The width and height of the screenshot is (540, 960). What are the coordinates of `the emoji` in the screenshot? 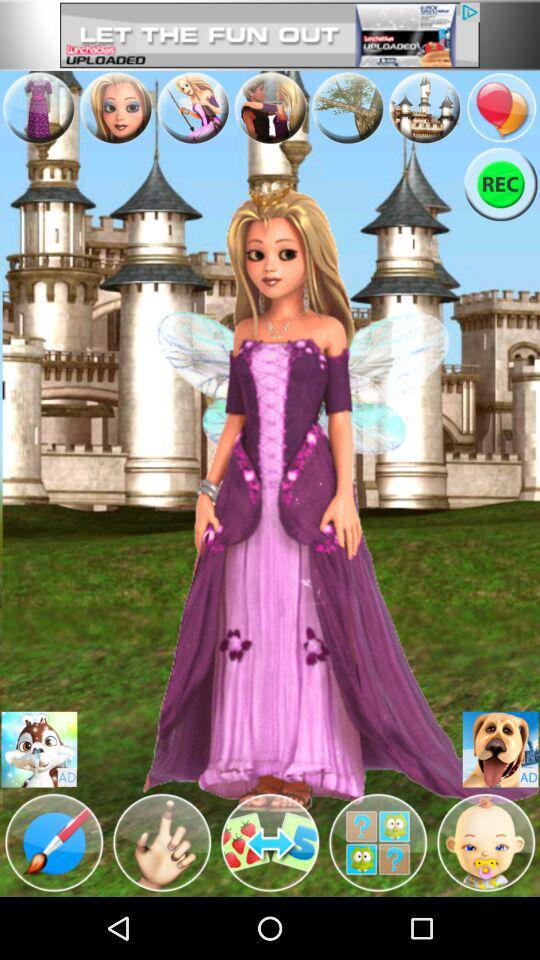 It's located at (39, 748).